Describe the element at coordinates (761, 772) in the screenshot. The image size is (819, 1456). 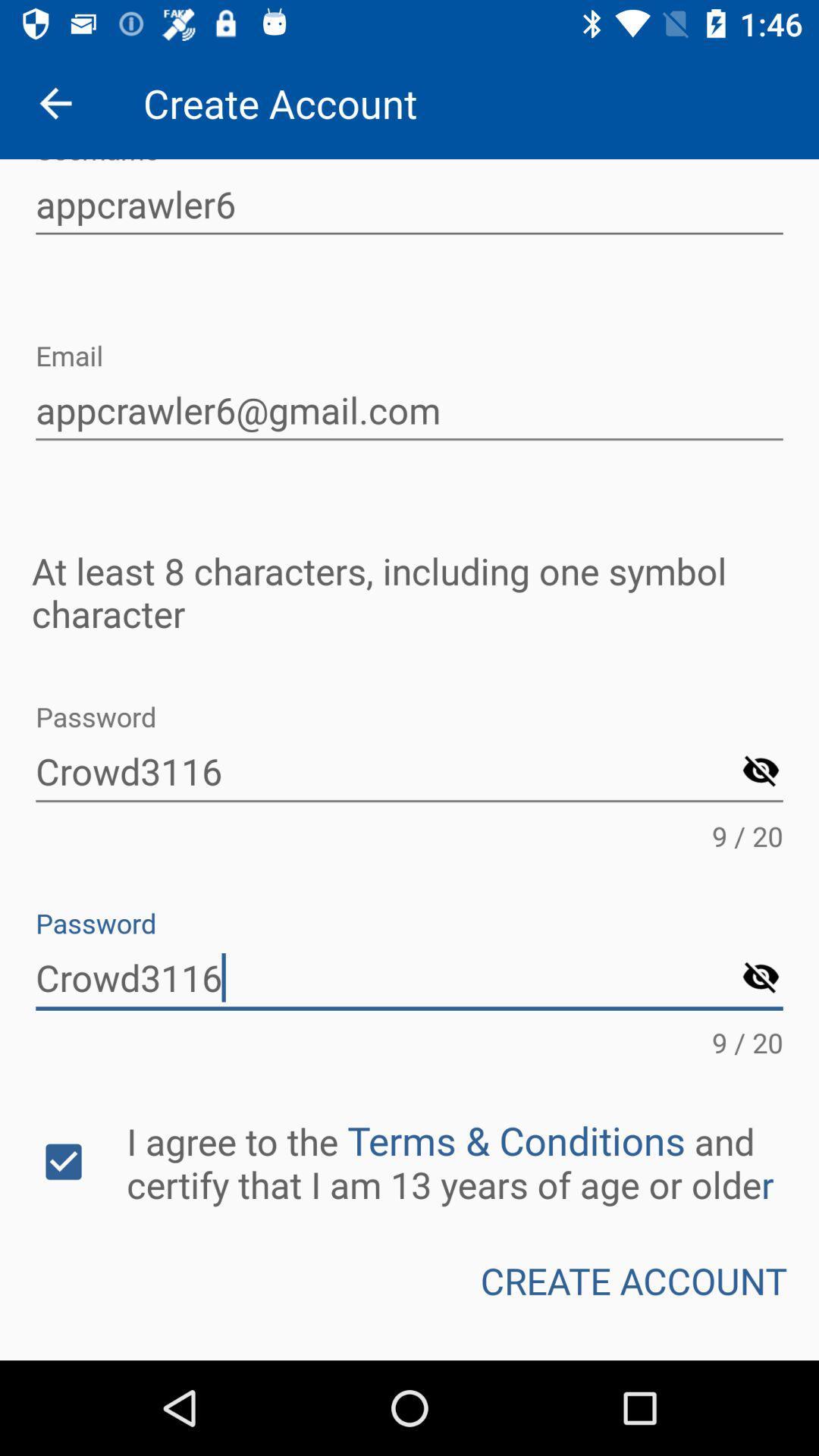
I see `hide password option` at that location.